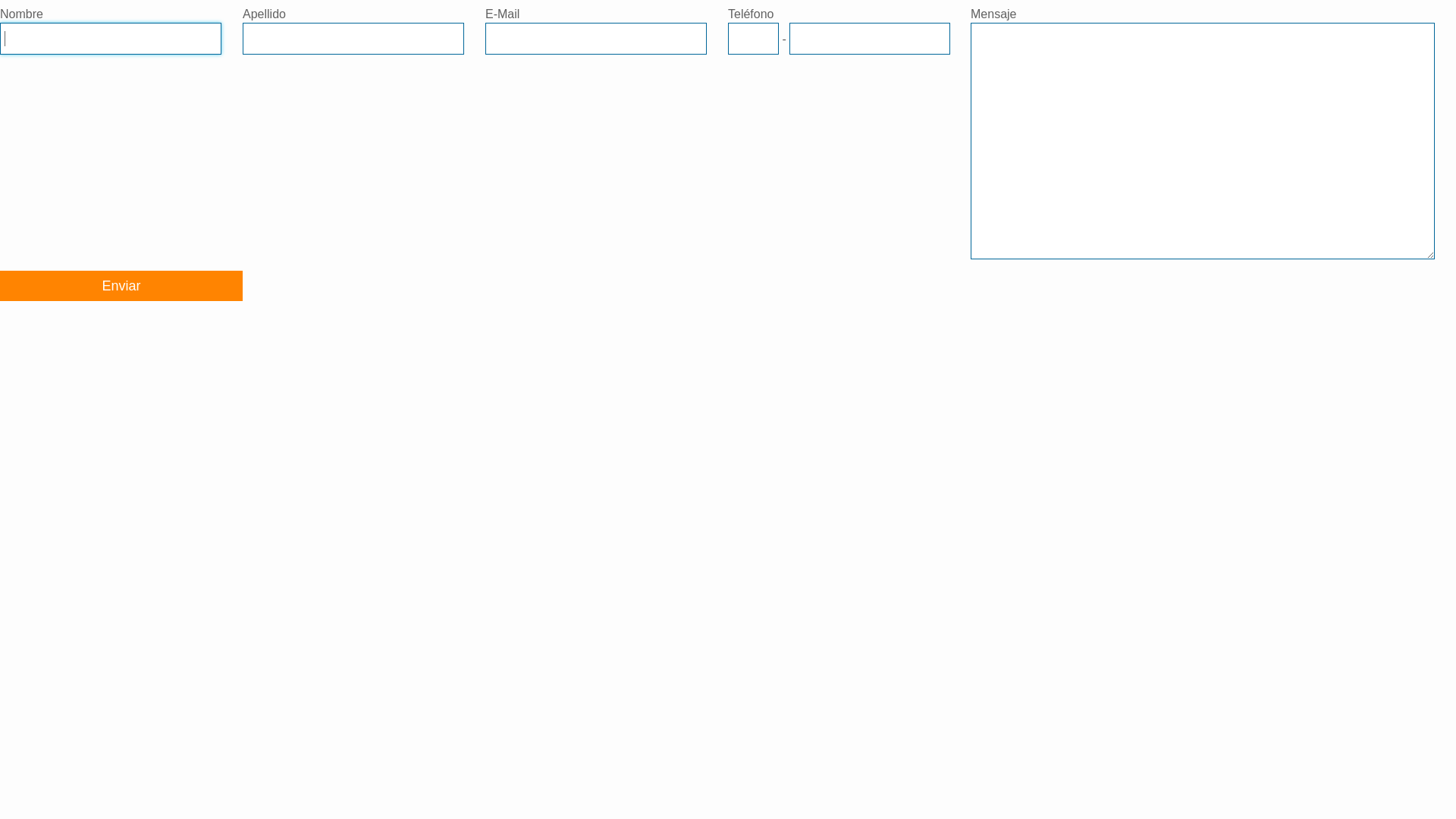 This screenshot has width=1456, height=819. What do you see at coordinates (120, 286) in the screenshot?
I see `'Enviar'` at bounding box center [120, 286].